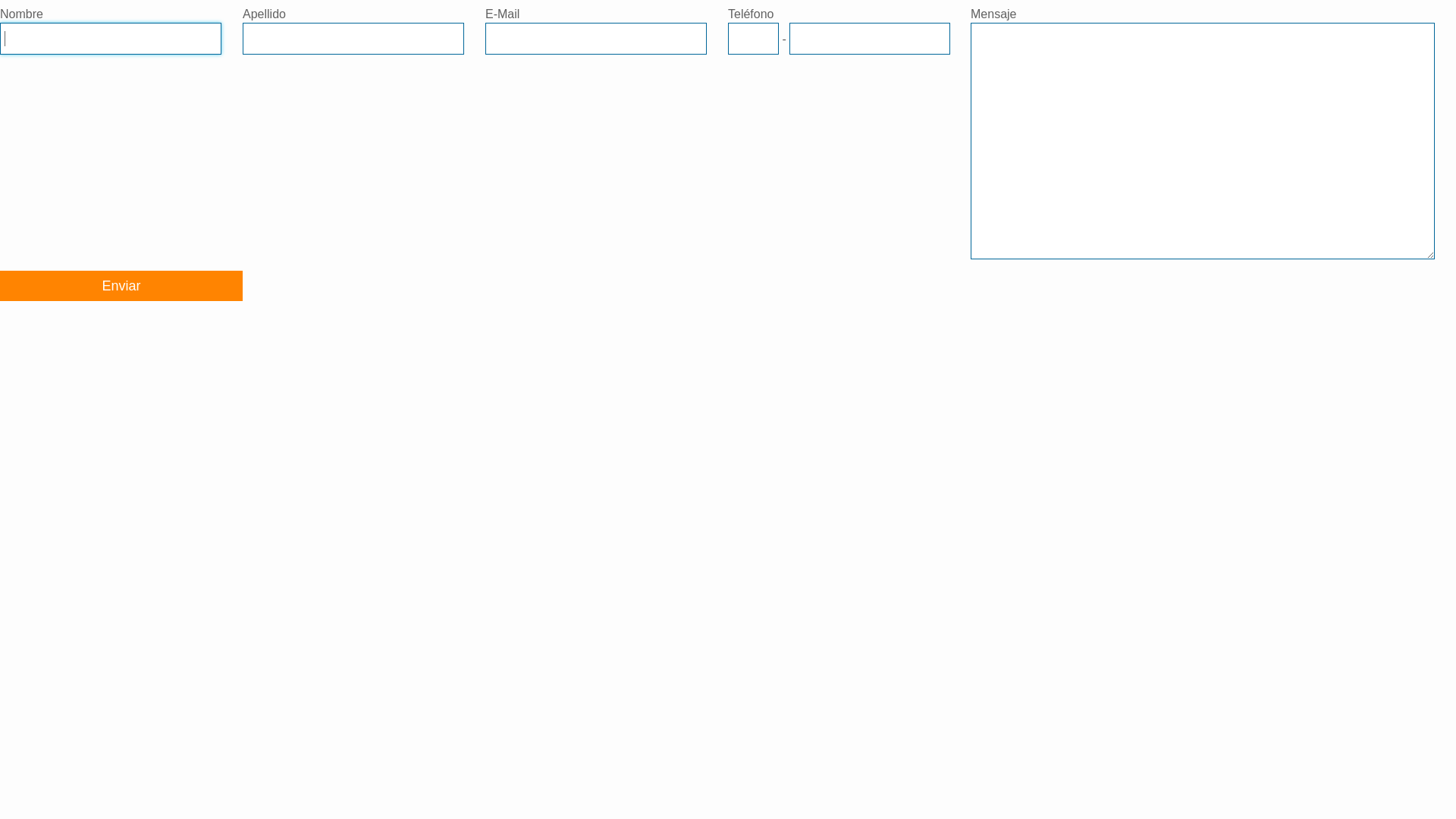 This screenshot has width=1456, height=819. What do you see at coordinates (120, 286) in the screenshot?
I see `'Enviar'` at bounding box center [120, 286].